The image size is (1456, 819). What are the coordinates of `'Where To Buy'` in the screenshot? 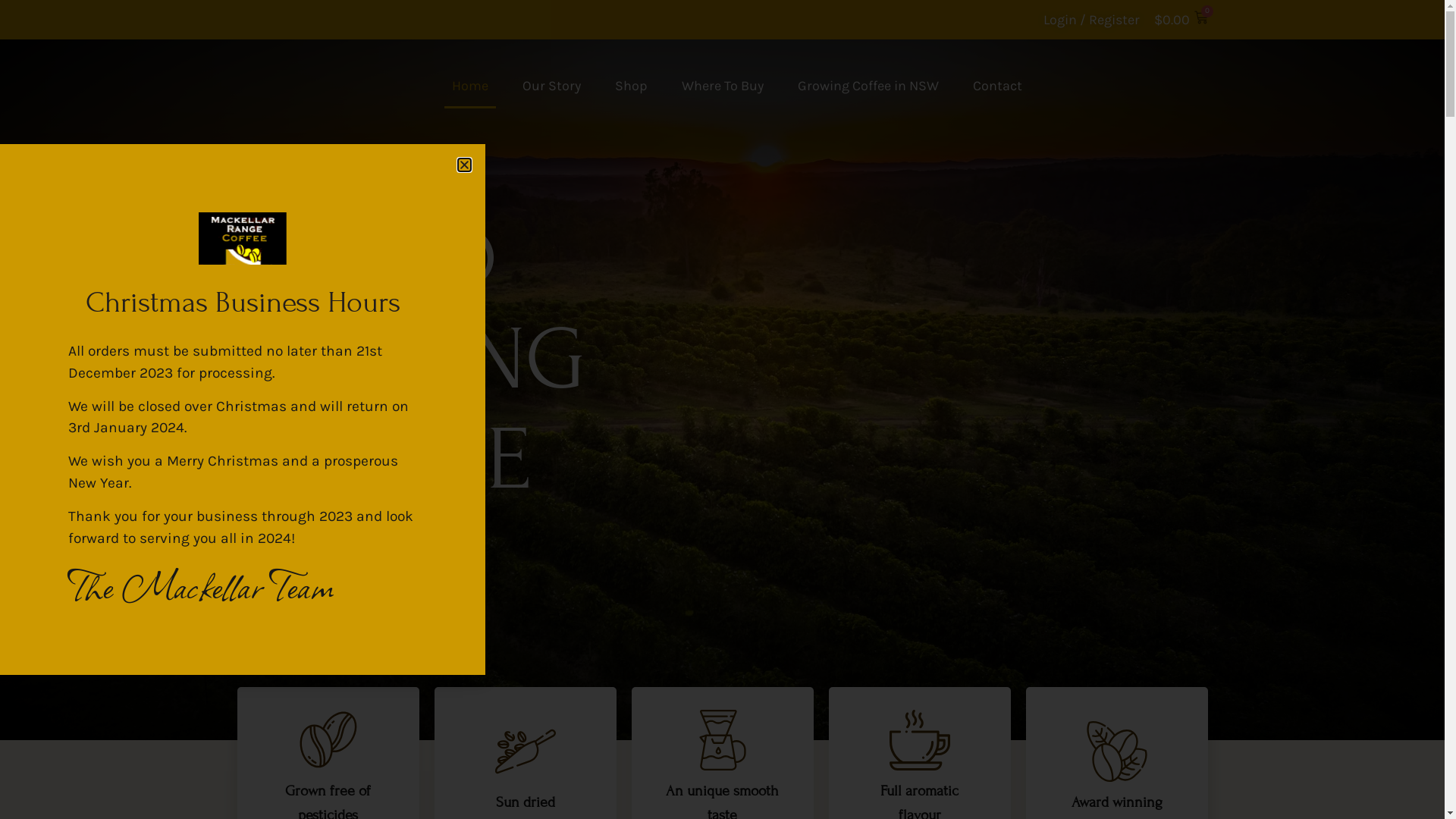 It's located at (720, 85).